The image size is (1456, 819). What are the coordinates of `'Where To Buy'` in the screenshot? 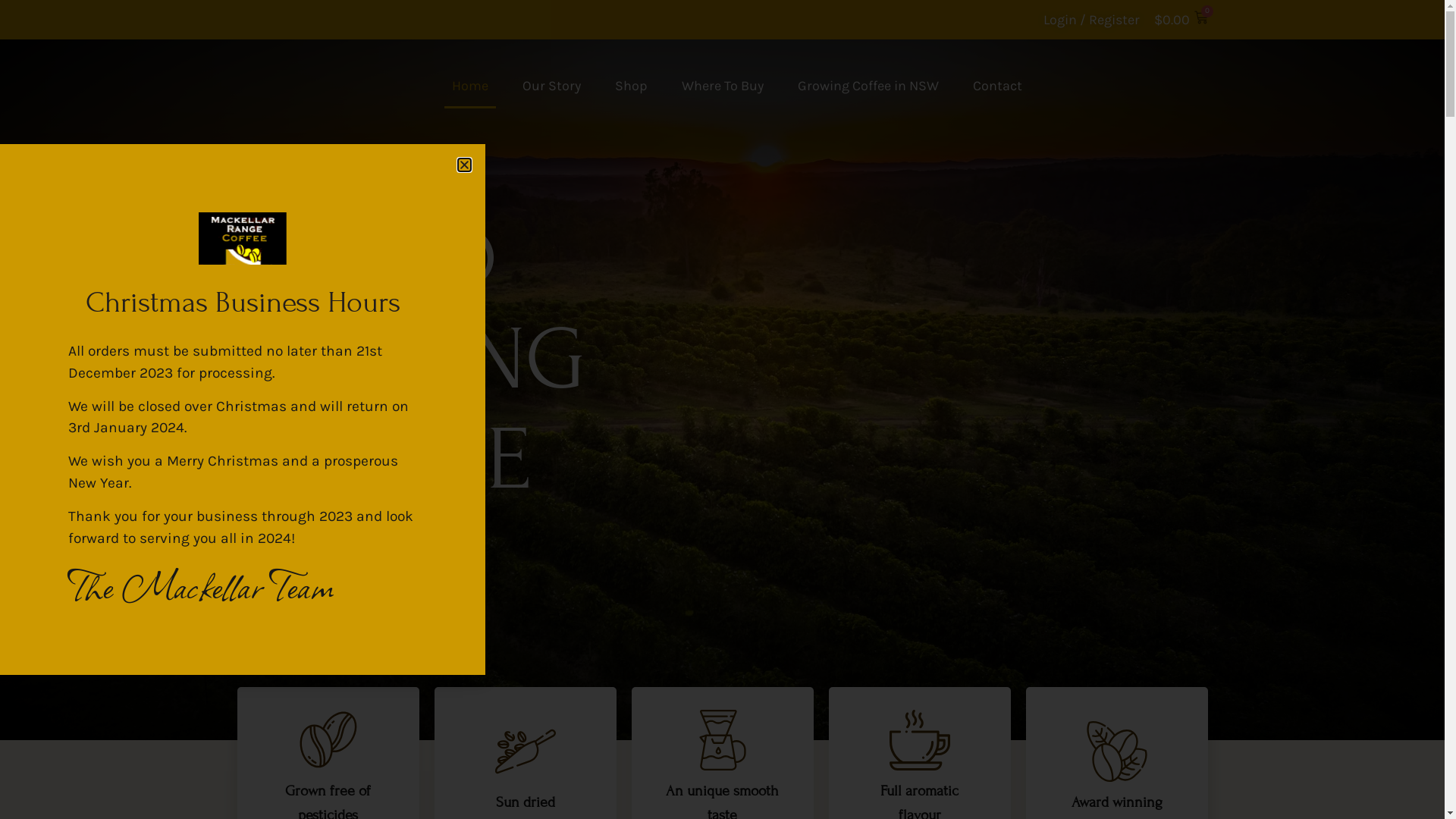 It's located at (720, 85).